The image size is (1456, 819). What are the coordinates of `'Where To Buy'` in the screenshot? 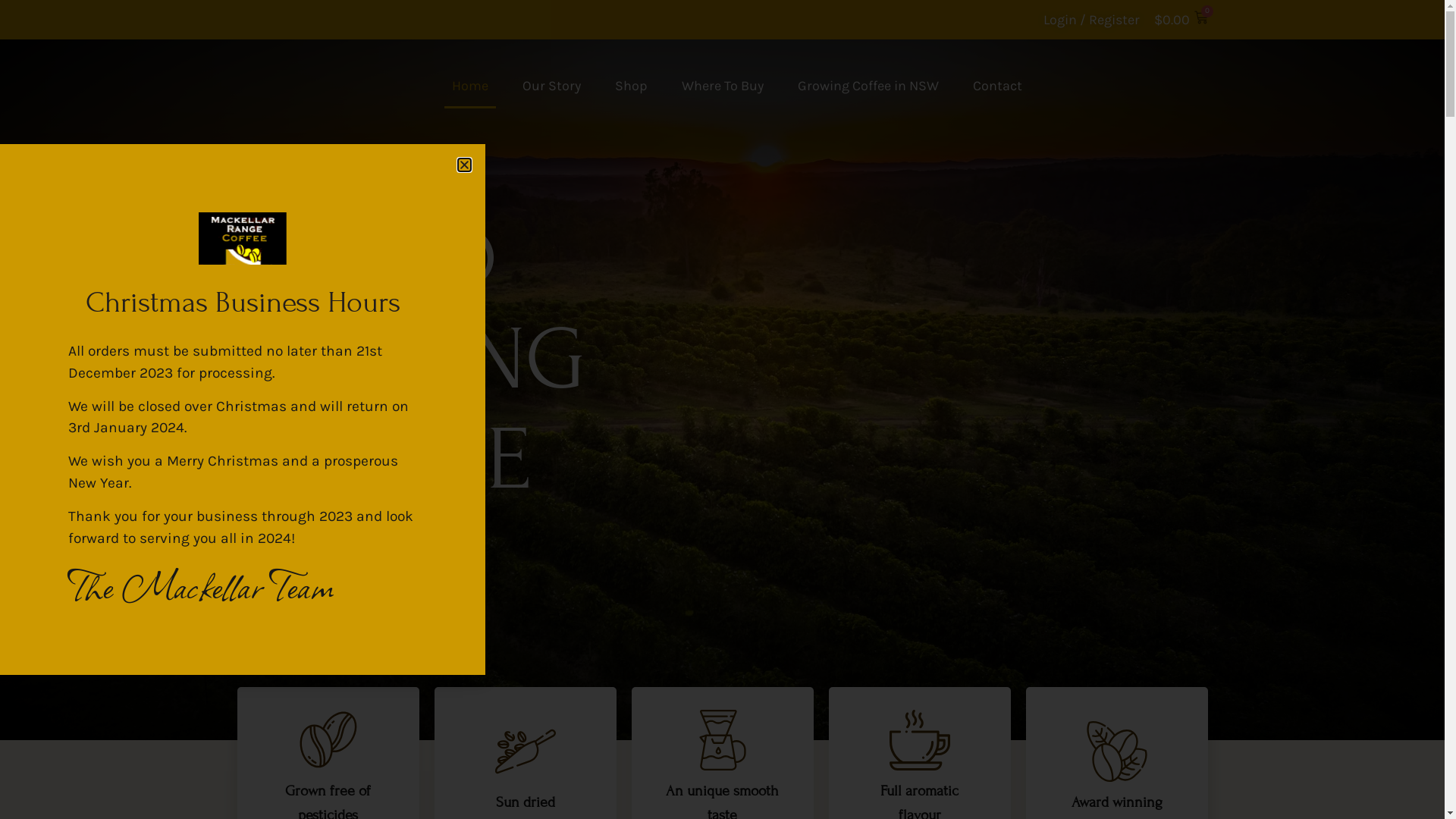 It's located at (720, 85).